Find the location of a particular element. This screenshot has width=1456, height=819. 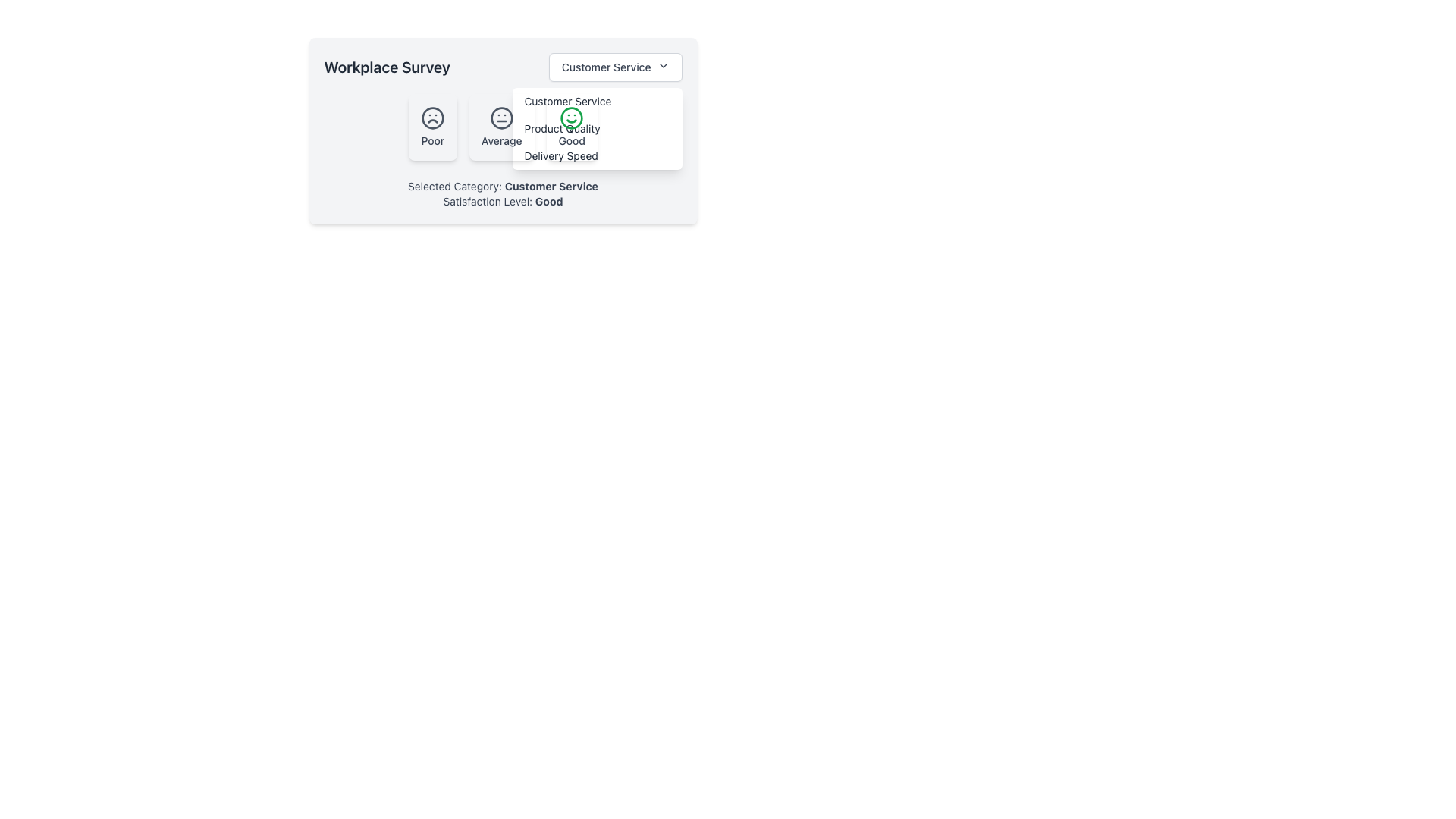

the 'Good' text label displayed within the dropdown menu is located at coordinates (571, 140).